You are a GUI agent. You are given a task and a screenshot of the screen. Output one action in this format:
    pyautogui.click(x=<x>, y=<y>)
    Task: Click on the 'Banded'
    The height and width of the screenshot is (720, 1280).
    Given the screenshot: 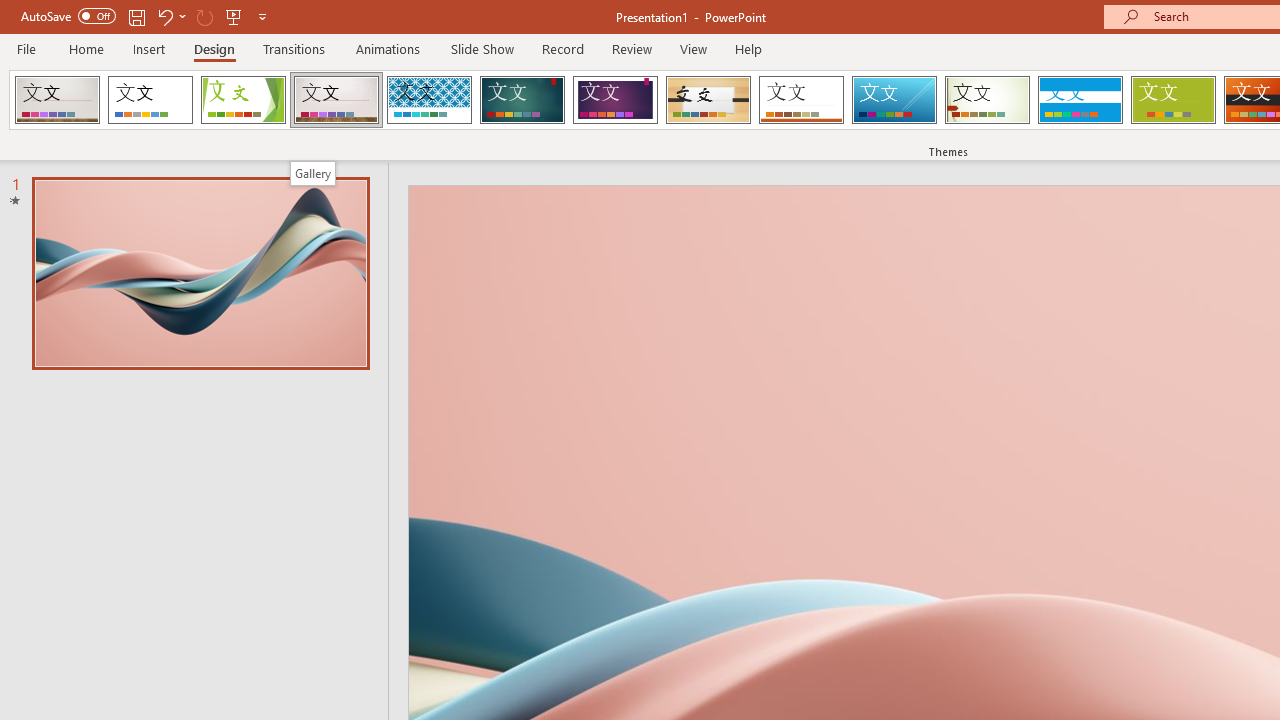 What is the action you would take?
    pyautogui.click(x=1079, y=100)
    